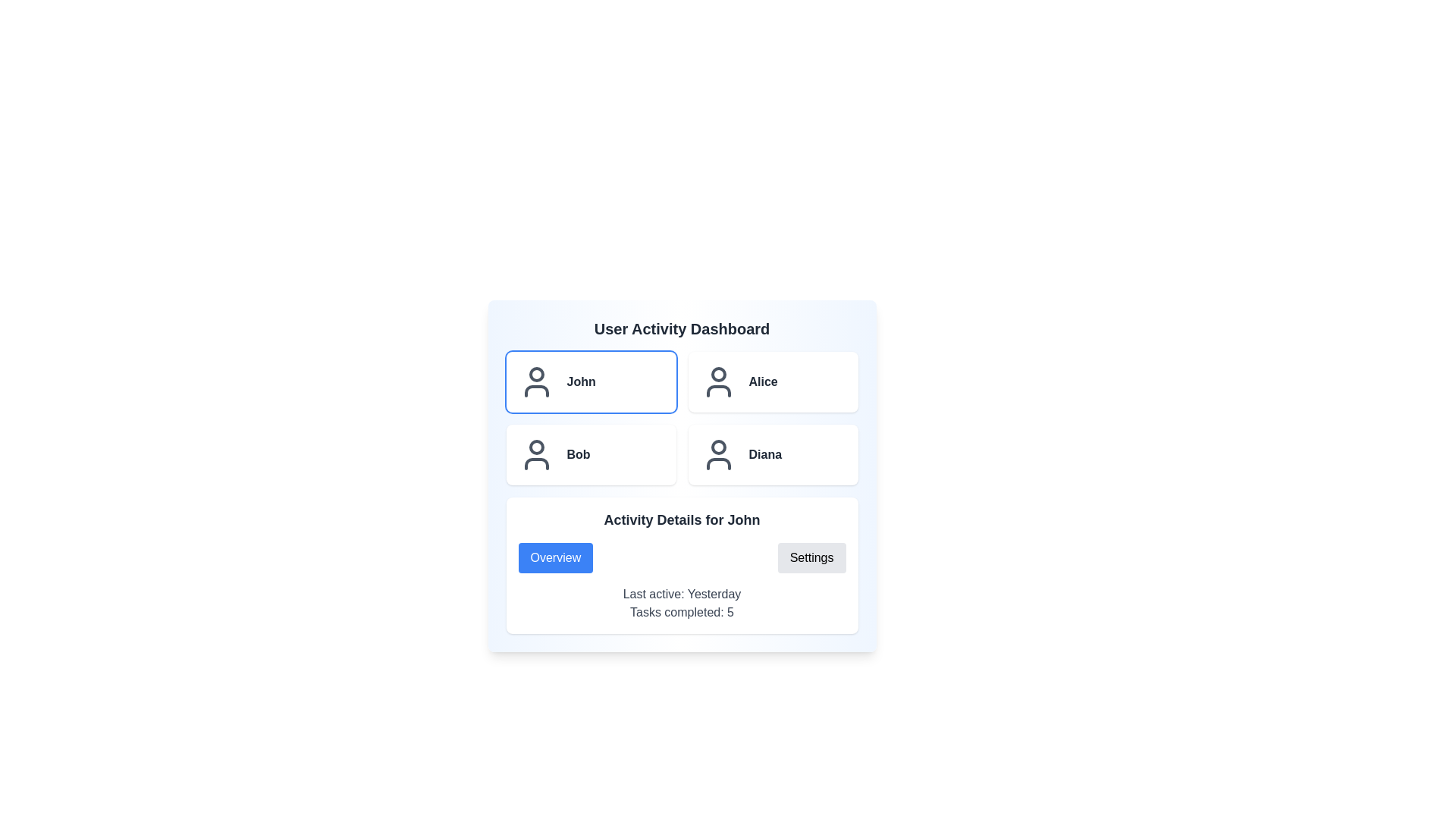 The image size is (1456, 819). What do you see at coordinates (765, 454) in the screenshot?
I see `the label identifying the user profile named 'Diana' located in the bottom-right quadrant of the user profiles grid` at bounding box center [765, 454].